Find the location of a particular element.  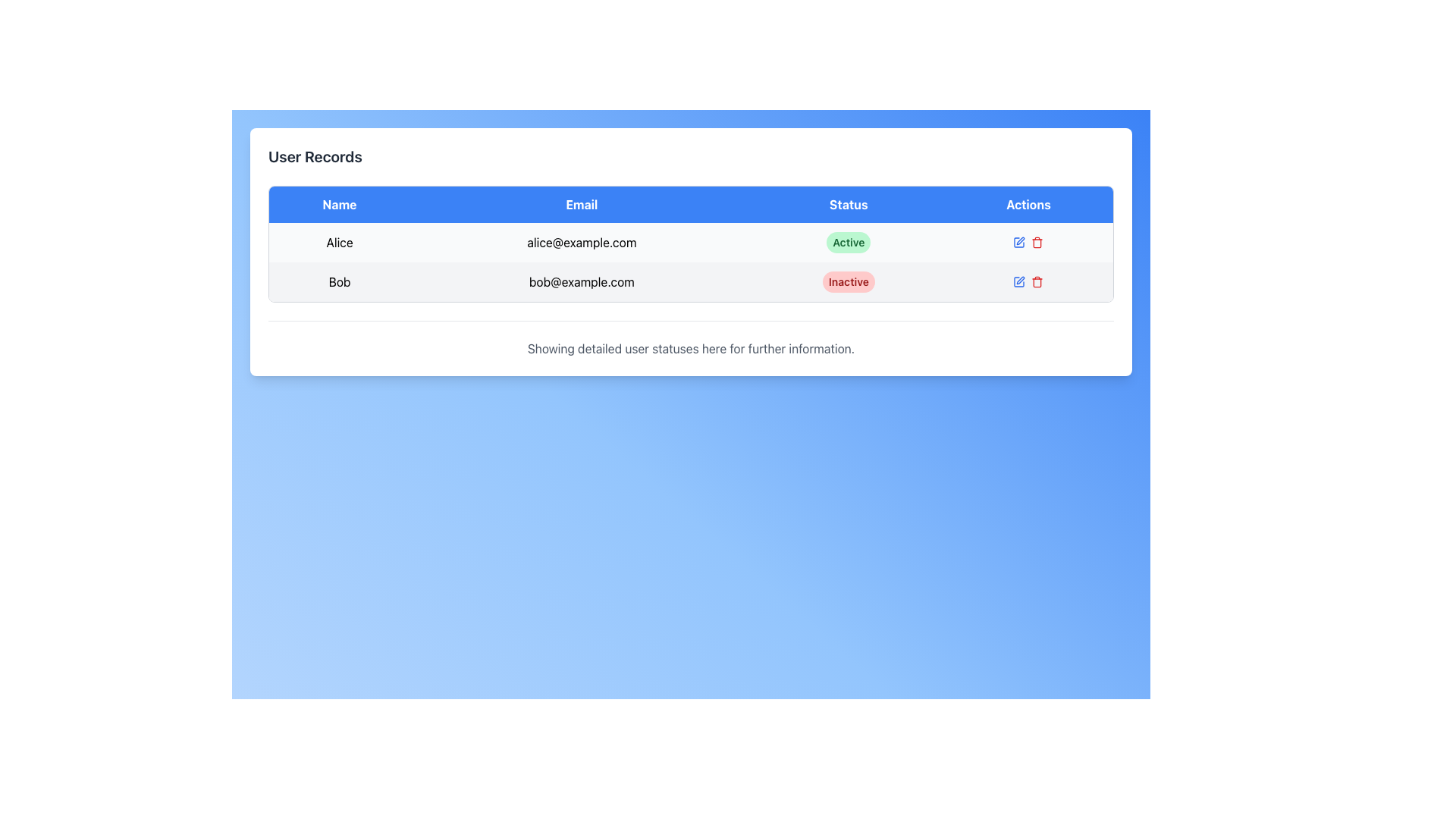

the Status indicator badge for user 'Alice' in the third column of the first row of the table is located at coordinates (848, 242).